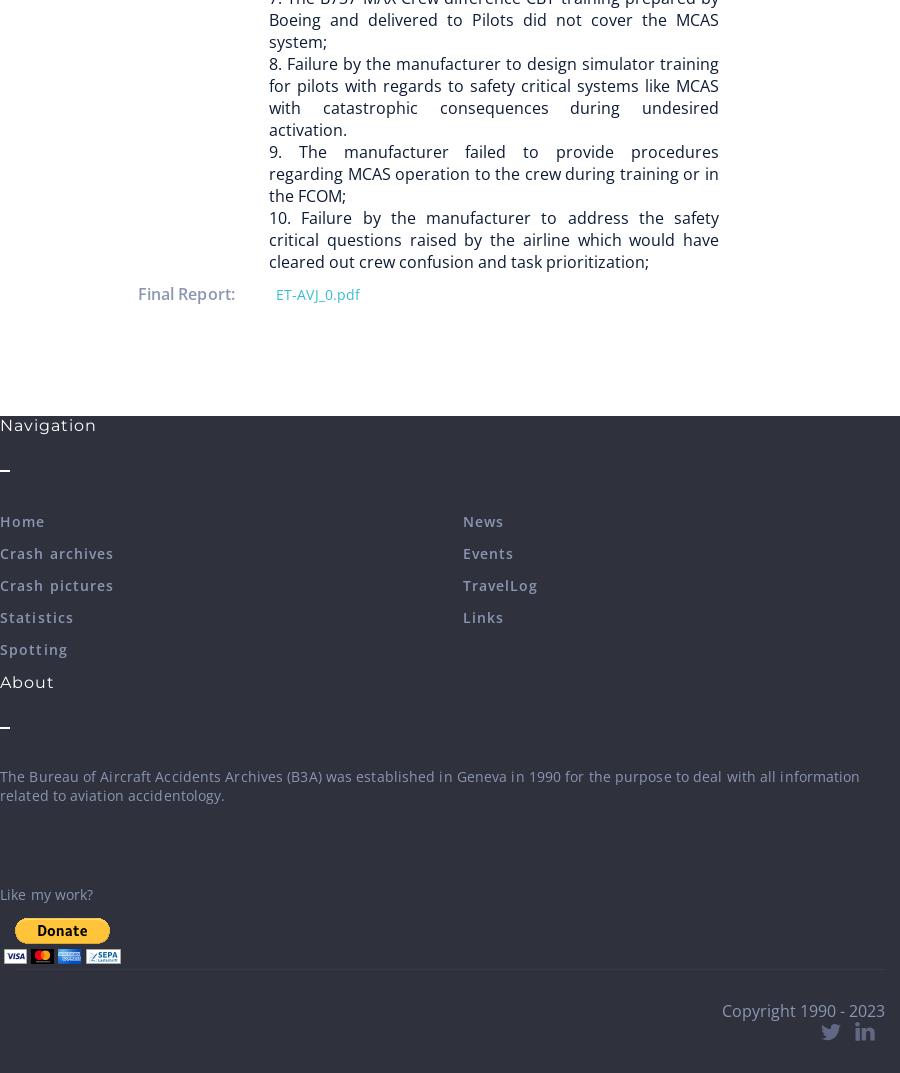 This screenshot has width=900, height=1073. What do you see at coordinates (486, 553) in the screenshot?
I see `'Events'` at bounding box center [486, 553].